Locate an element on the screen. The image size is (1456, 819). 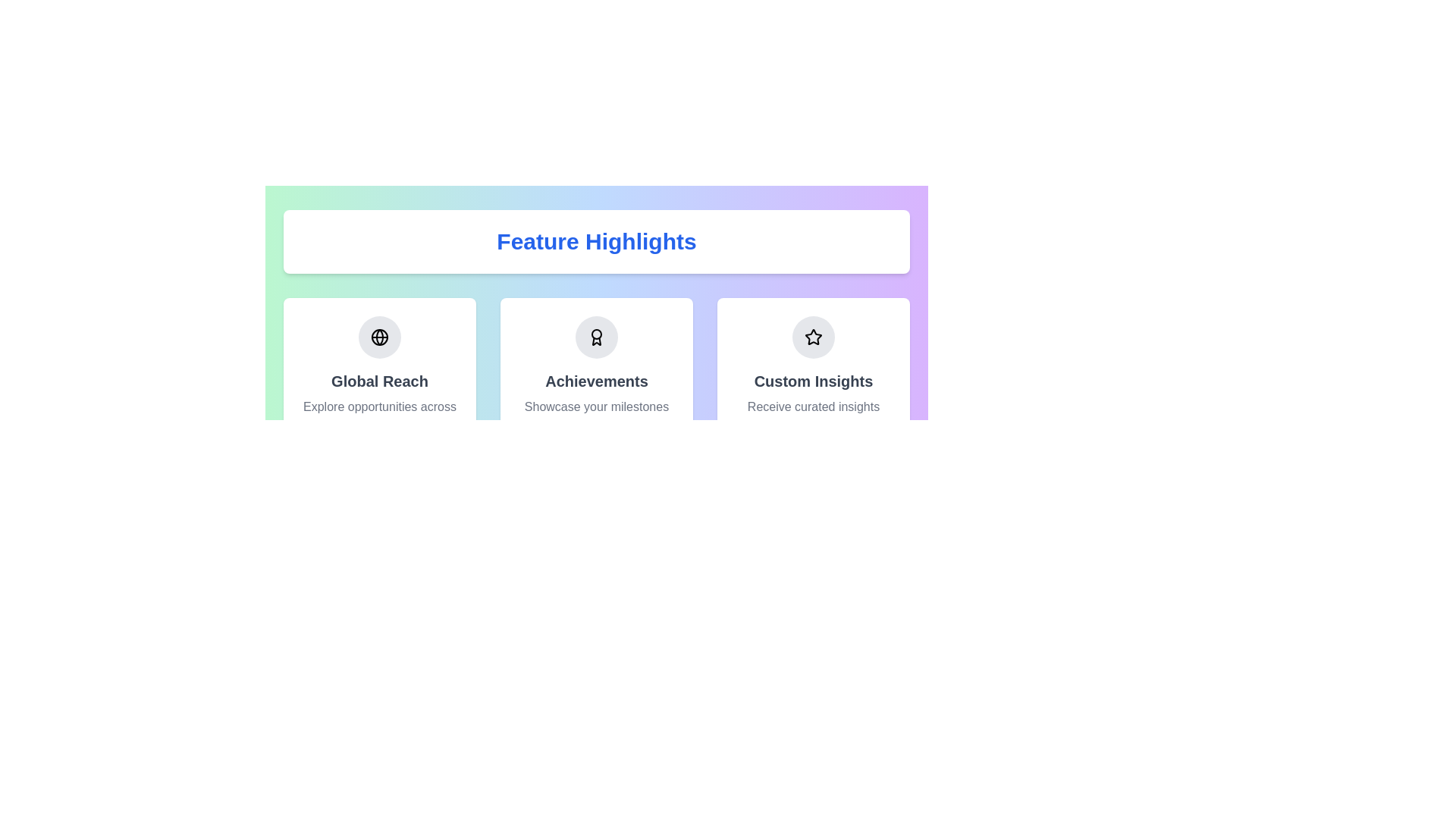
the Feature card titled 'Achievements', which has a white background and rounded edges, located in the middle of a three-column layout is located at coordinates (596, 383).